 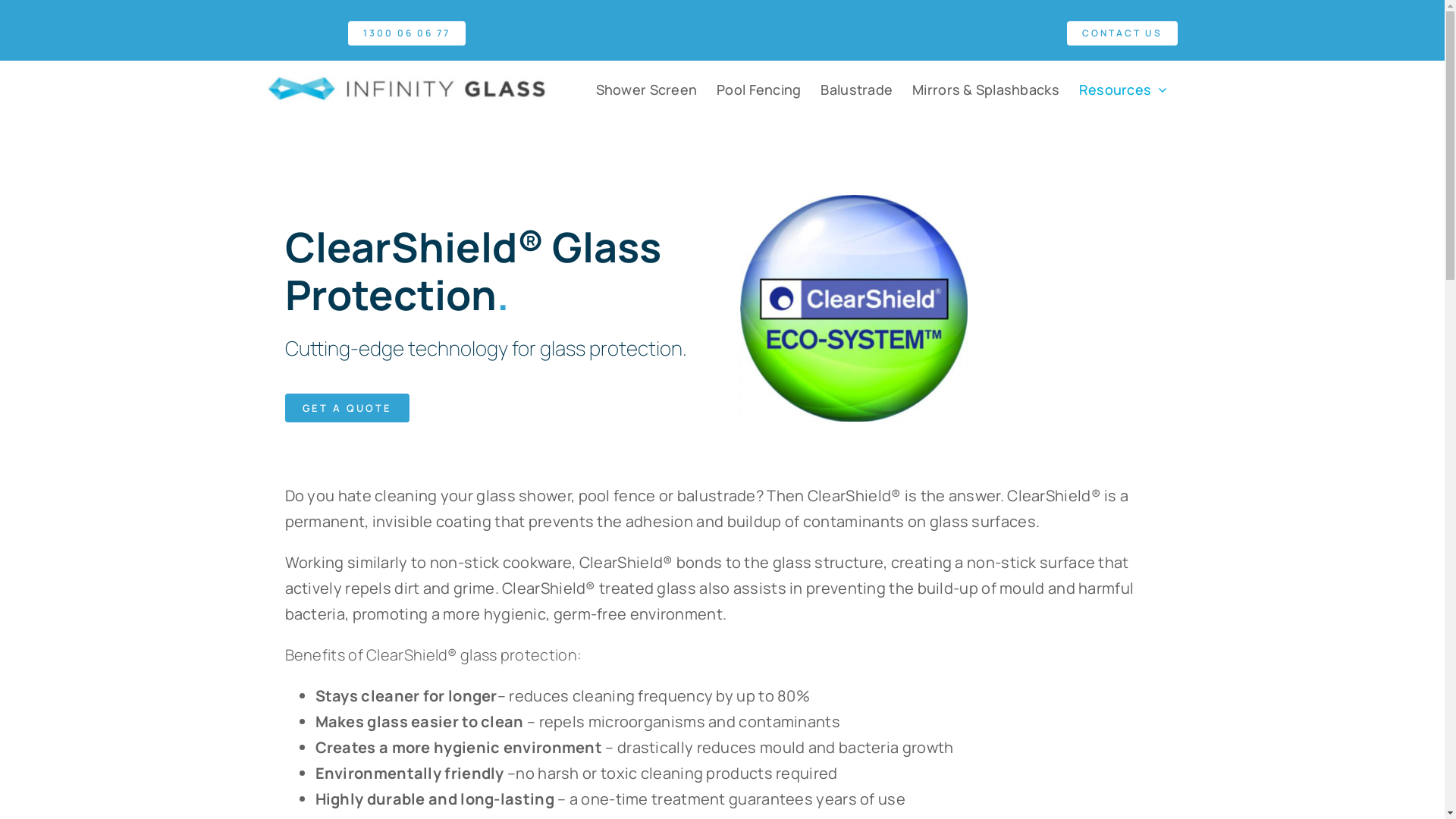 I want to click on 'CONTACT US', so click(x=1122, y=33).